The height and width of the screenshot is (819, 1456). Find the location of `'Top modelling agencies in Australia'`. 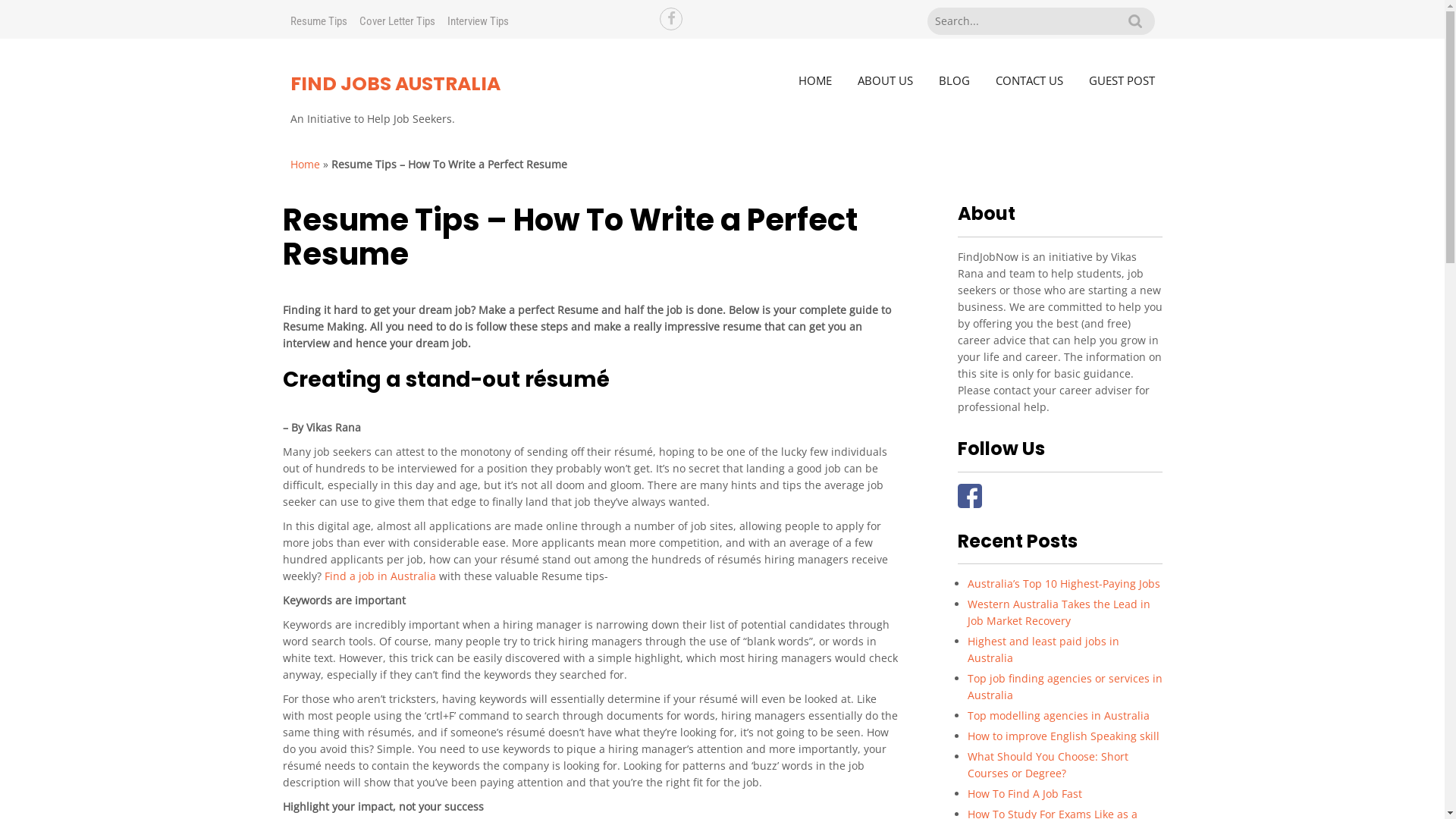

'Top modelling agencies in Australia' is located at coordinates (967, 715).